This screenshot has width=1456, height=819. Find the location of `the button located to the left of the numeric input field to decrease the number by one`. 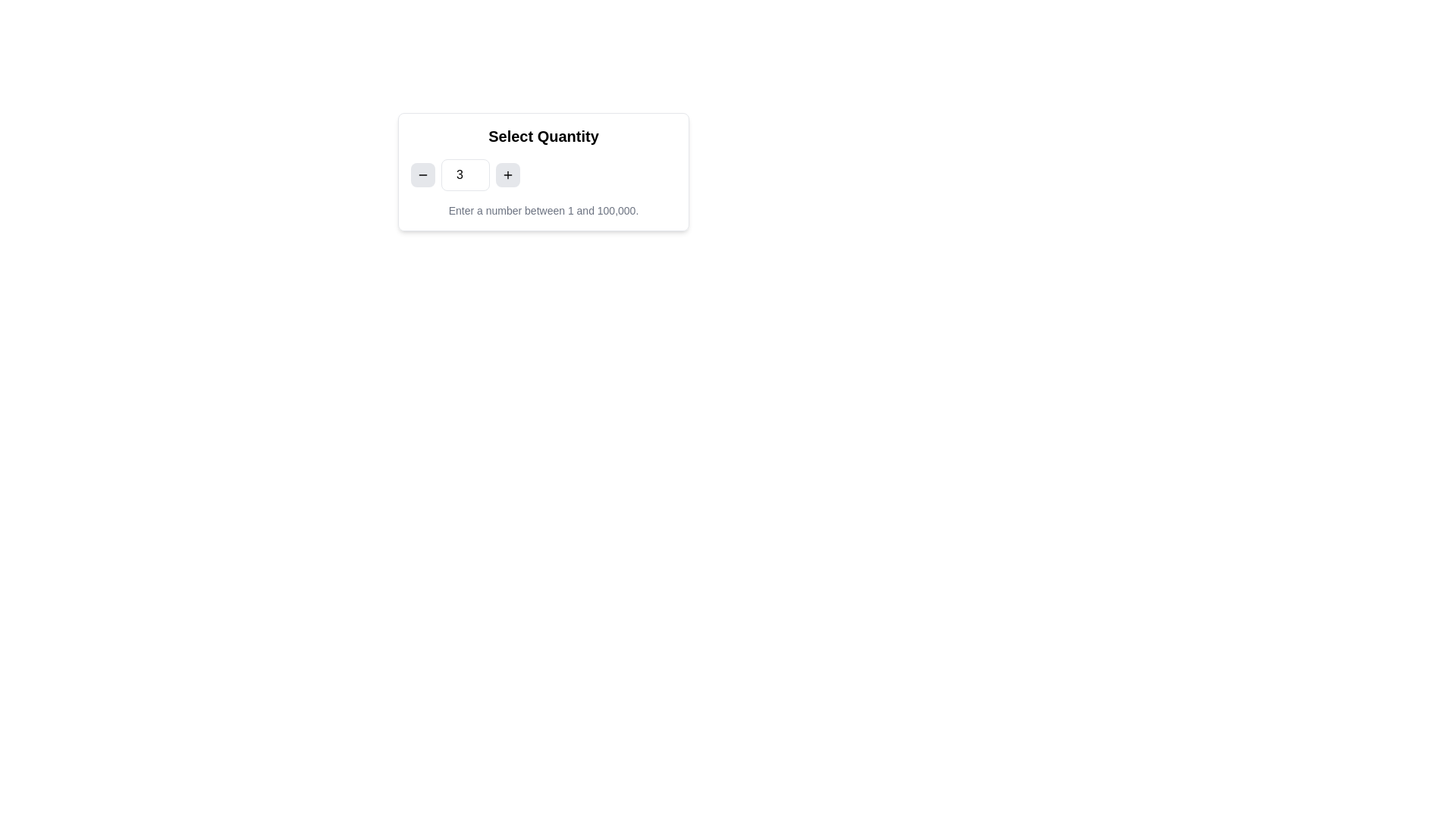

the button located to the left of the numeric input field to decrease the number by one is located at coordinates (422, 174).